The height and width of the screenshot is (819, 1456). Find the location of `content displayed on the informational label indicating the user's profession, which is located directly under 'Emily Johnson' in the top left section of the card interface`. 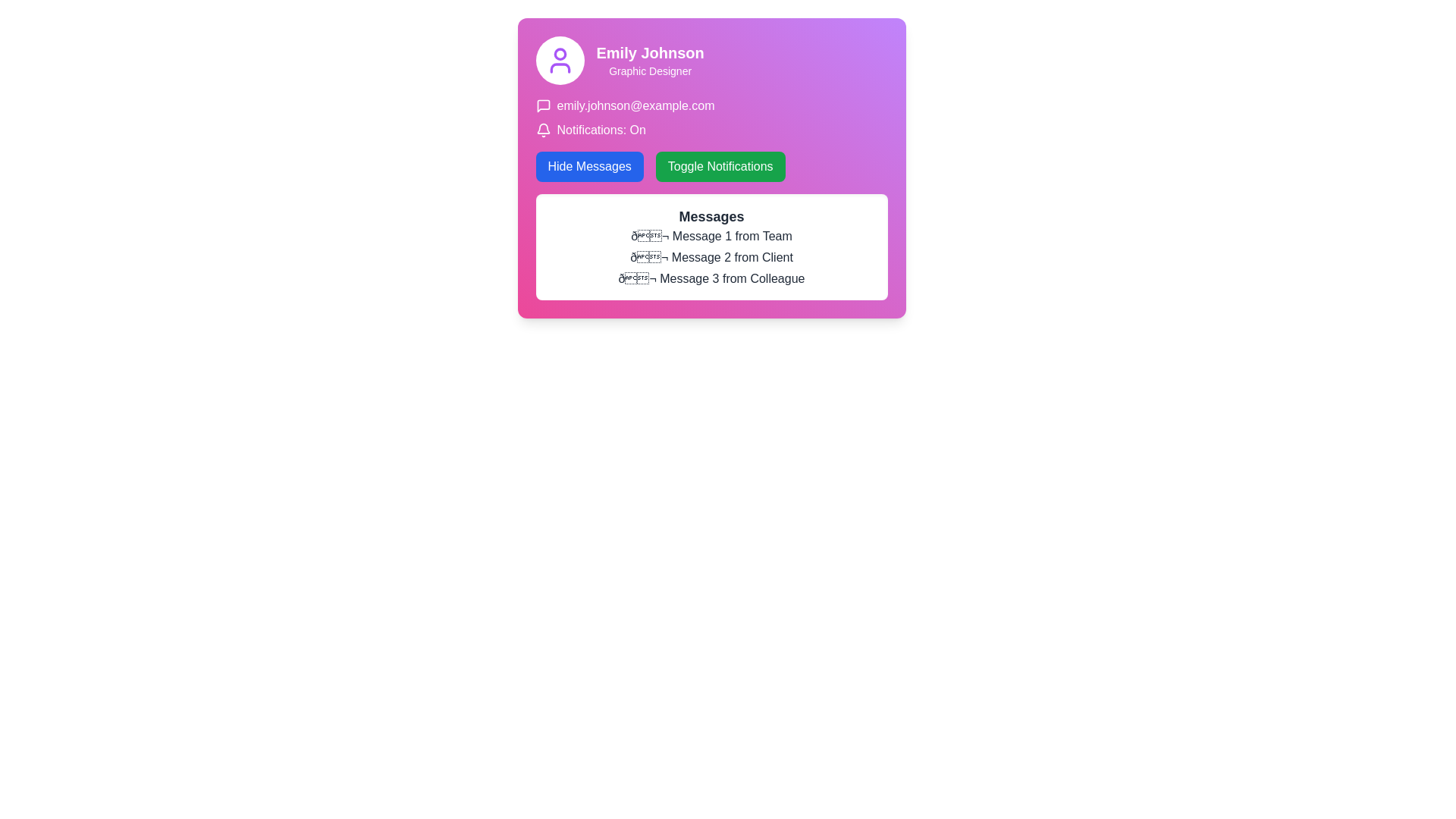

content displayed on the informational label indicating the user's profession, which is located directly under 'Emily Johnson' in the top left section of the card interface is located at coordinates (650, 71).